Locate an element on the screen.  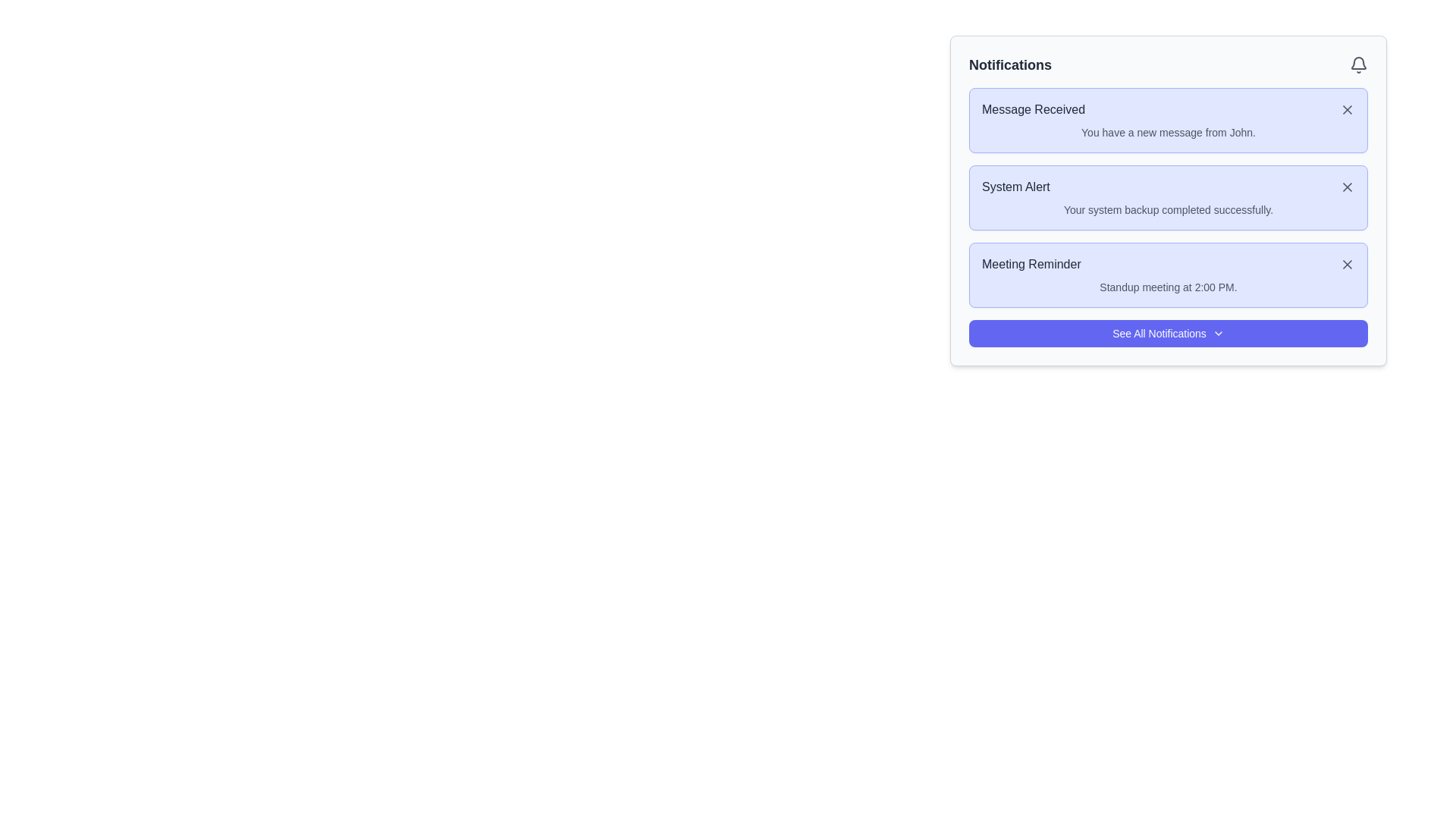
the dismiss button represented by a gray 'X' icon located at the far right of the 'System Alert' notification card is located at coordinates (1347, 186).